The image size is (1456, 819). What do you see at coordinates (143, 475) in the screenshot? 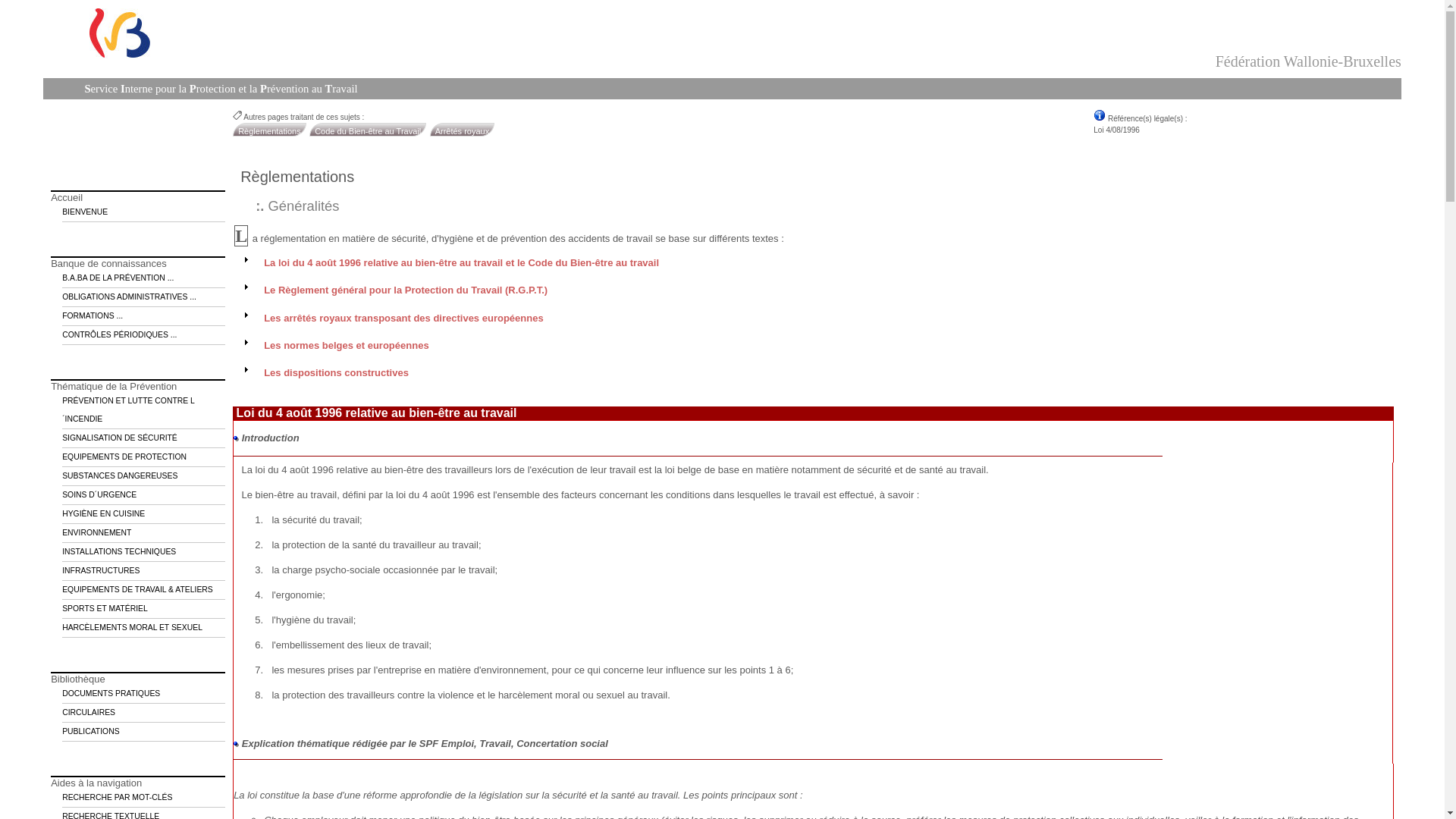
I see `'SUBSTANCES DANGEREUSES'` at bounding box center [143, 475].